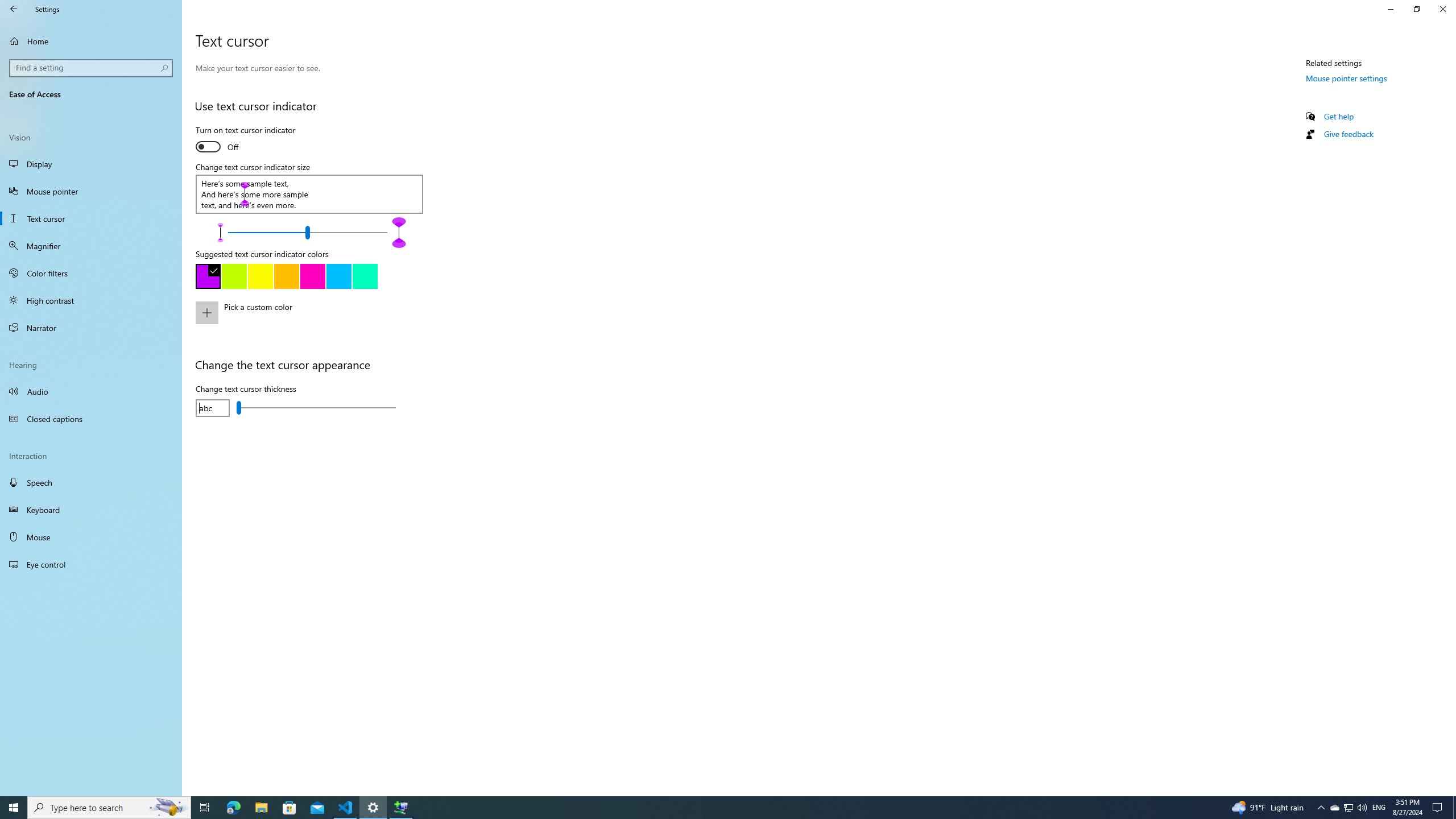 The image size is (1456, 819). I want to click on 'Running applications', so click(706, 806).